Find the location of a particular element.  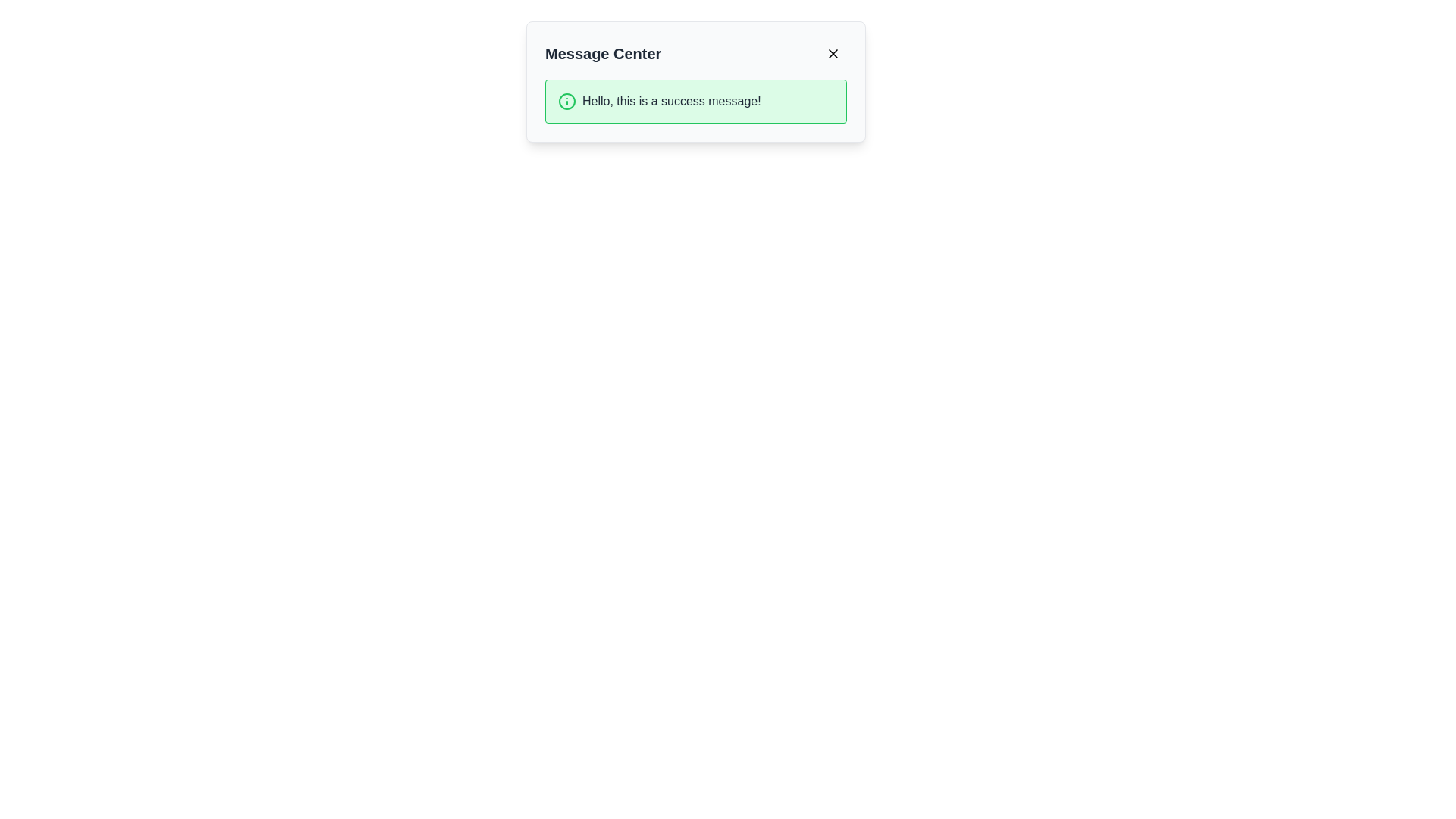

the close button located in the top-right corner of the 'Message Center' component is located at coordinates (833, 52).